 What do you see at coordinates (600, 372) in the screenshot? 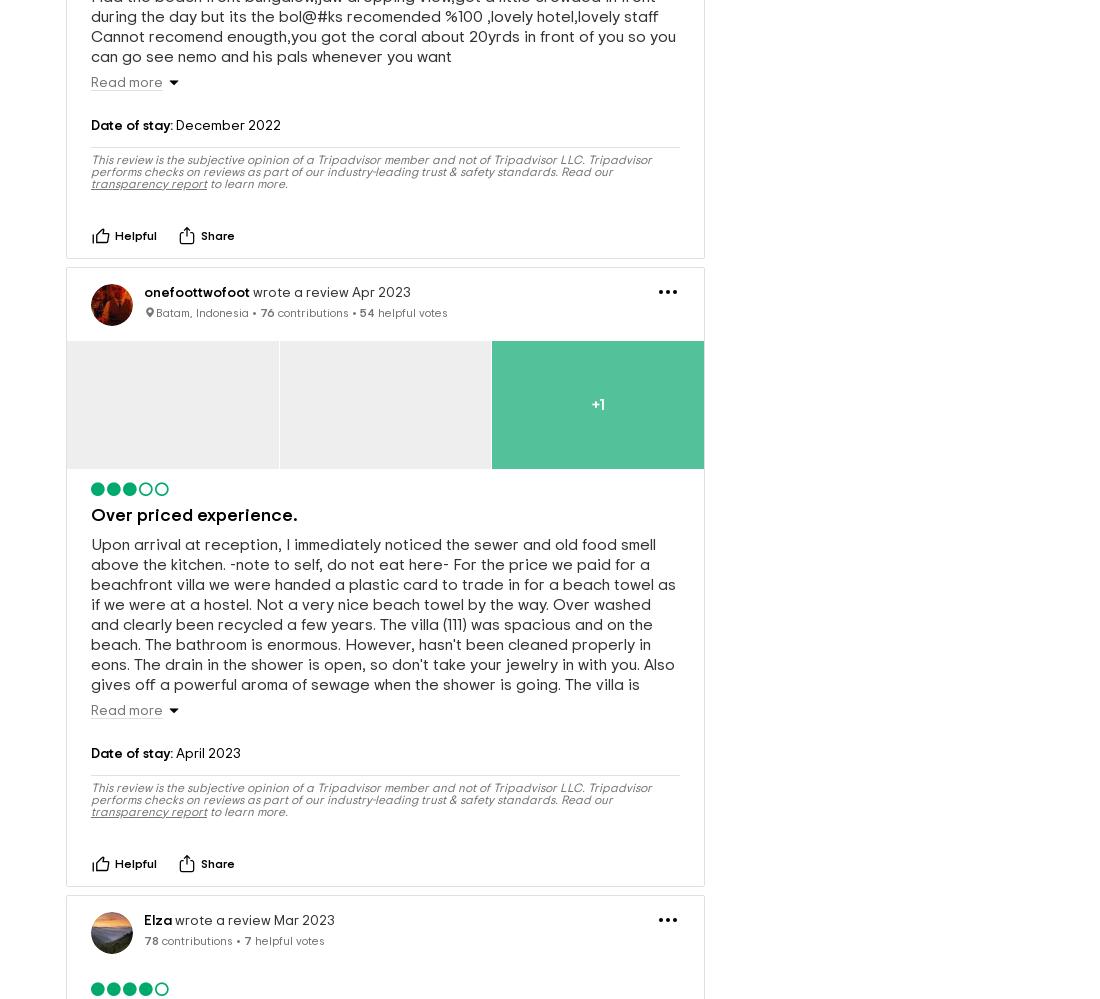
I see `'1'` at bounding box center [600, 372].